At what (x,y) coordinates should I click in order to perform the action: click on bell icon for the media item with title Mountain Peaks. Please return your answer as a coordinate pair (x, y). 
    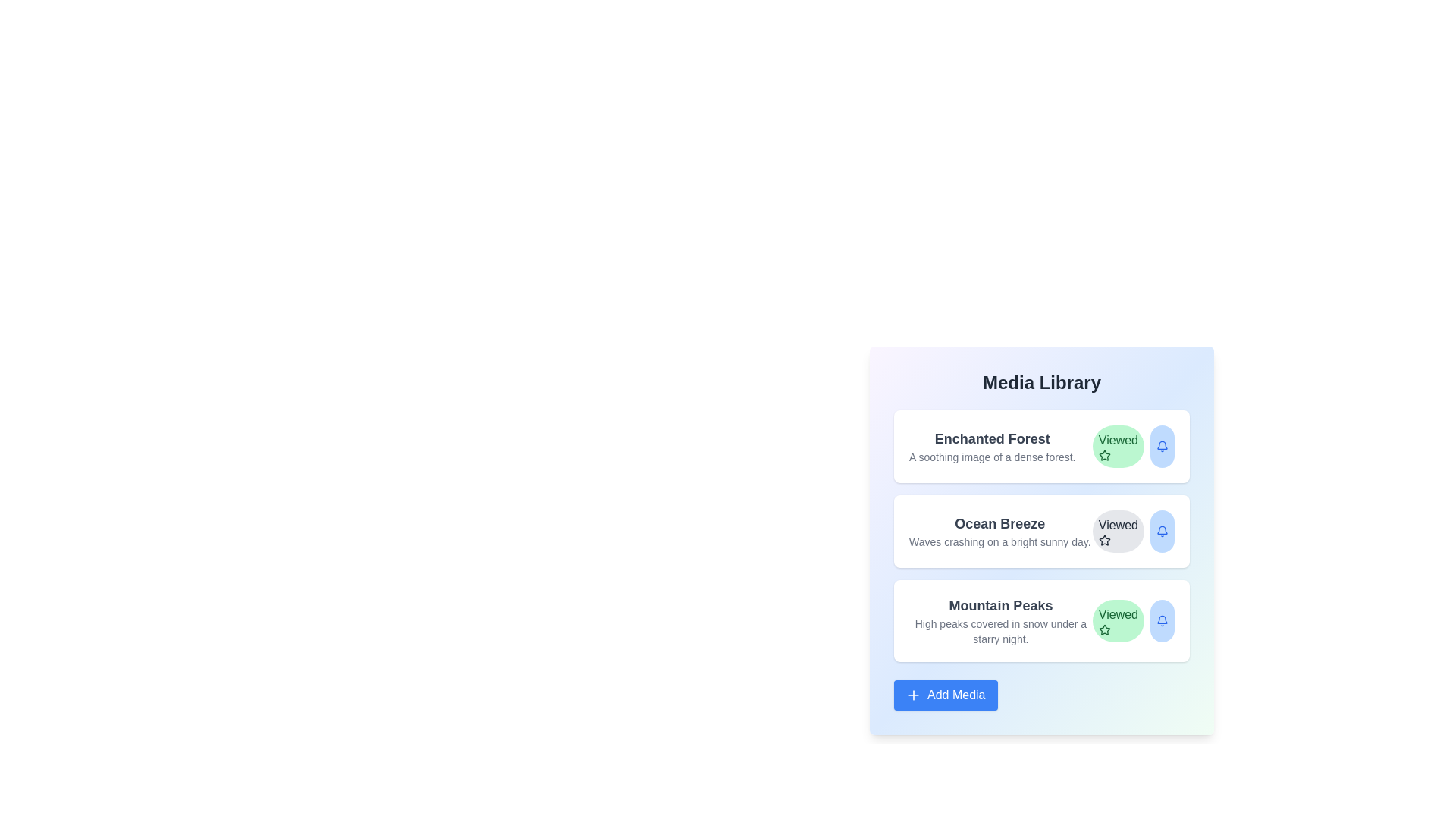
    Looking at the image, I should click on (1161, 620).